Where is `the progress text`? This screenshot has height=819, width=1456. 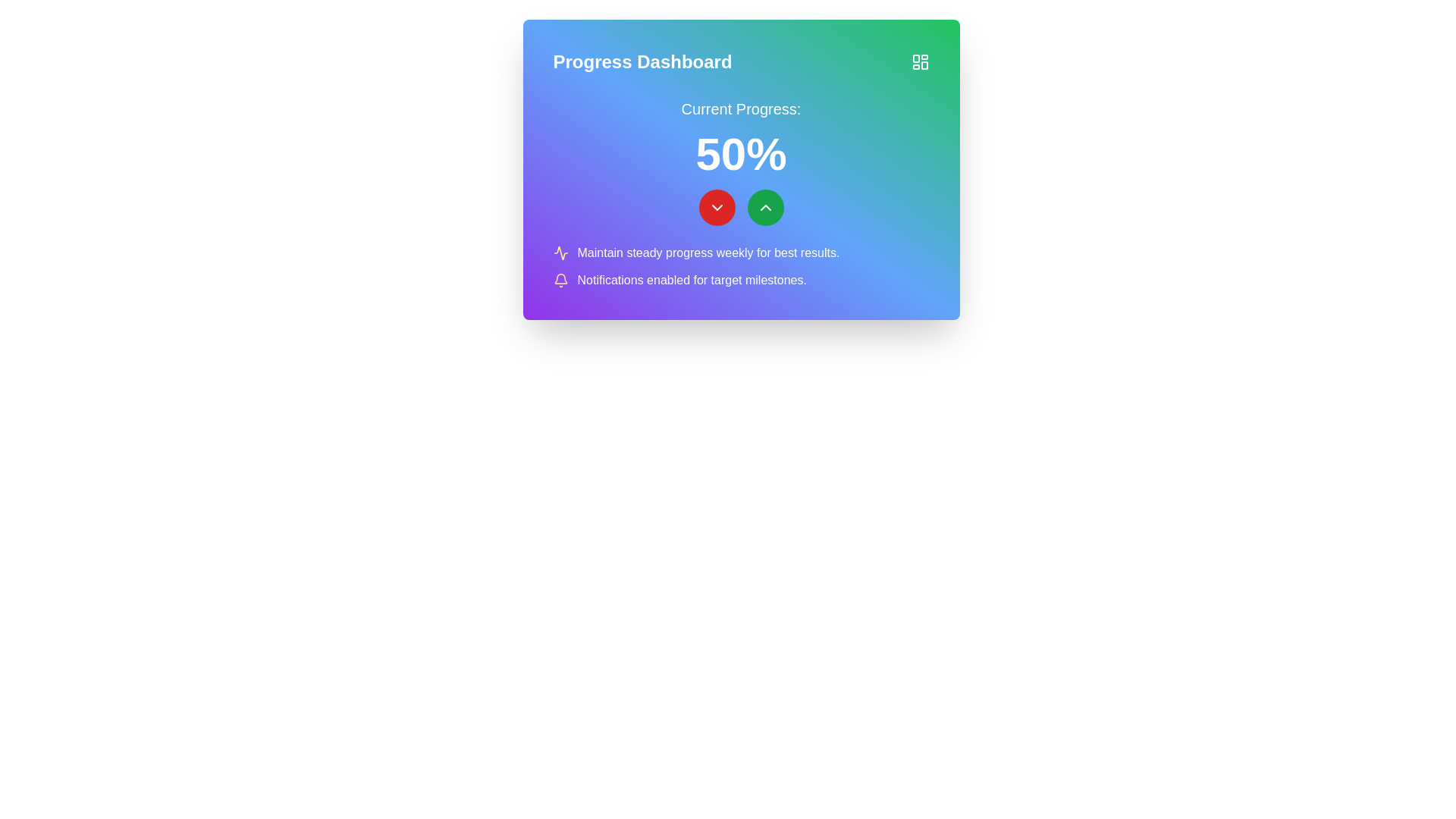 the progress text is located at coordinates (741, 162).